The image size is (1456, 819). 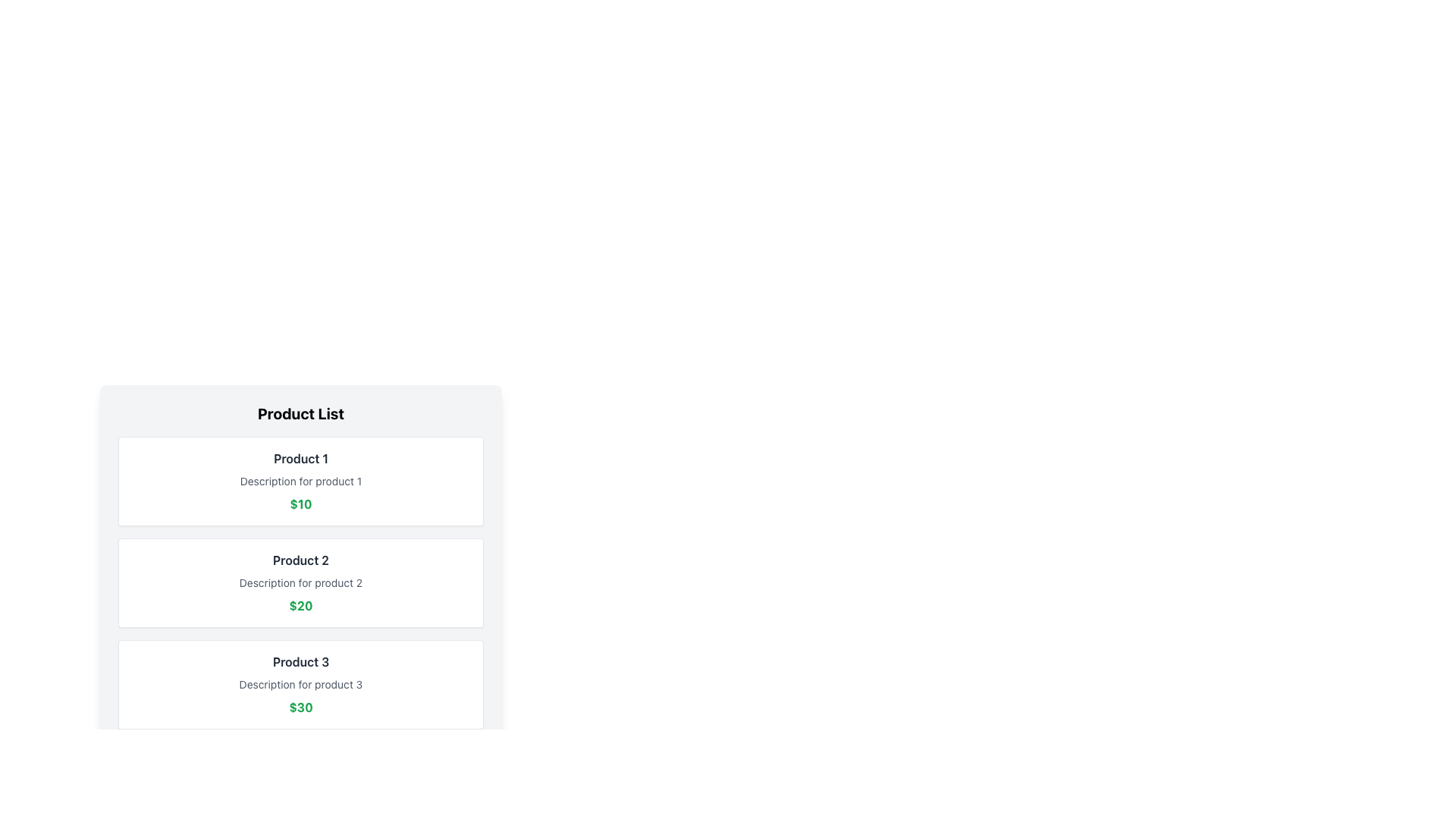 I want to click on the label with the text 'Product 1', which is styled in bold dark gray and located at the top of the first product card in a vertical list, so click(x=301, y=458).